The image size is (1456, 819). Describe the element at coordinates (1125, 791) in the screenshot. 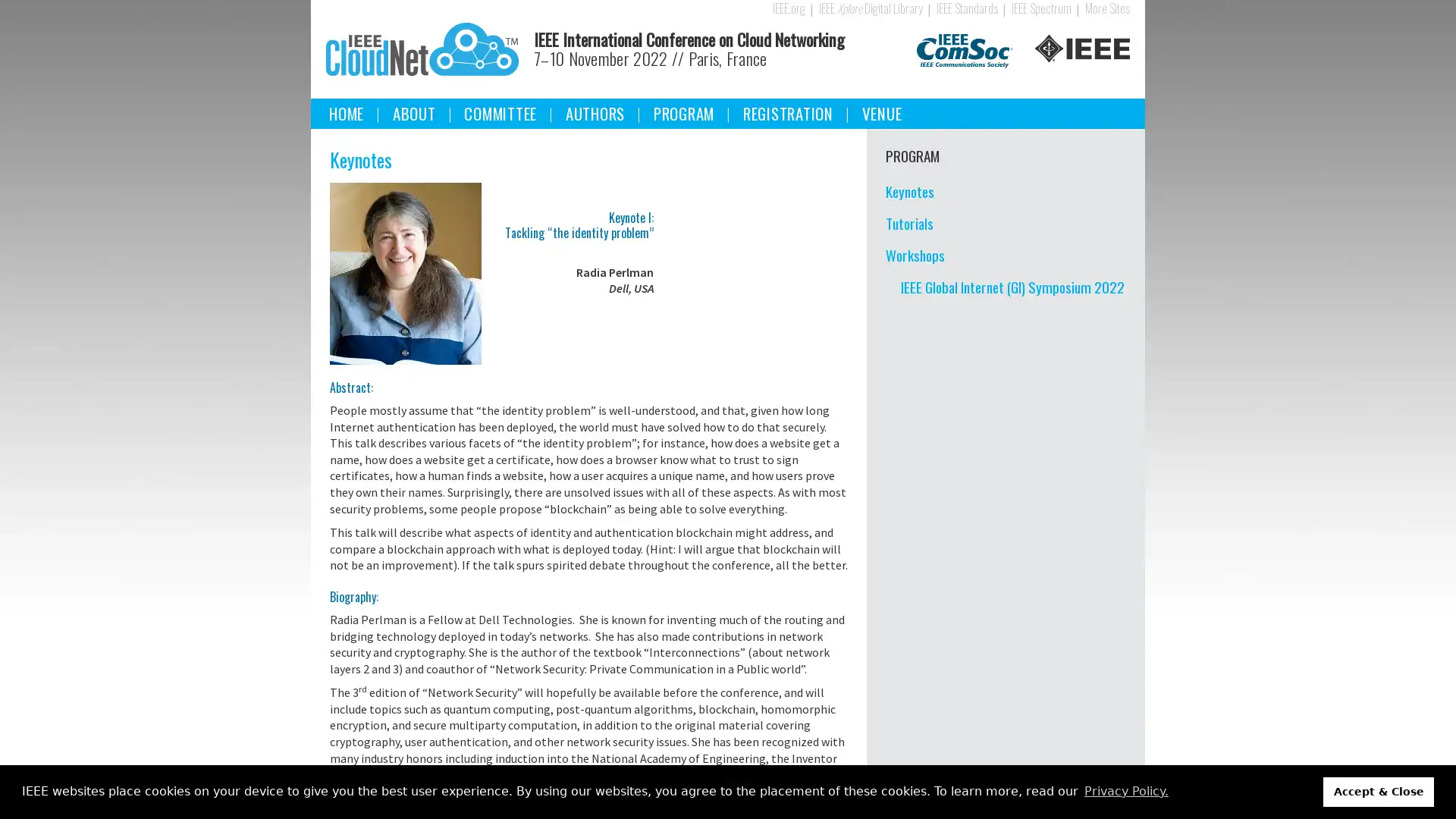

I see `learn more about cookies` at that location.